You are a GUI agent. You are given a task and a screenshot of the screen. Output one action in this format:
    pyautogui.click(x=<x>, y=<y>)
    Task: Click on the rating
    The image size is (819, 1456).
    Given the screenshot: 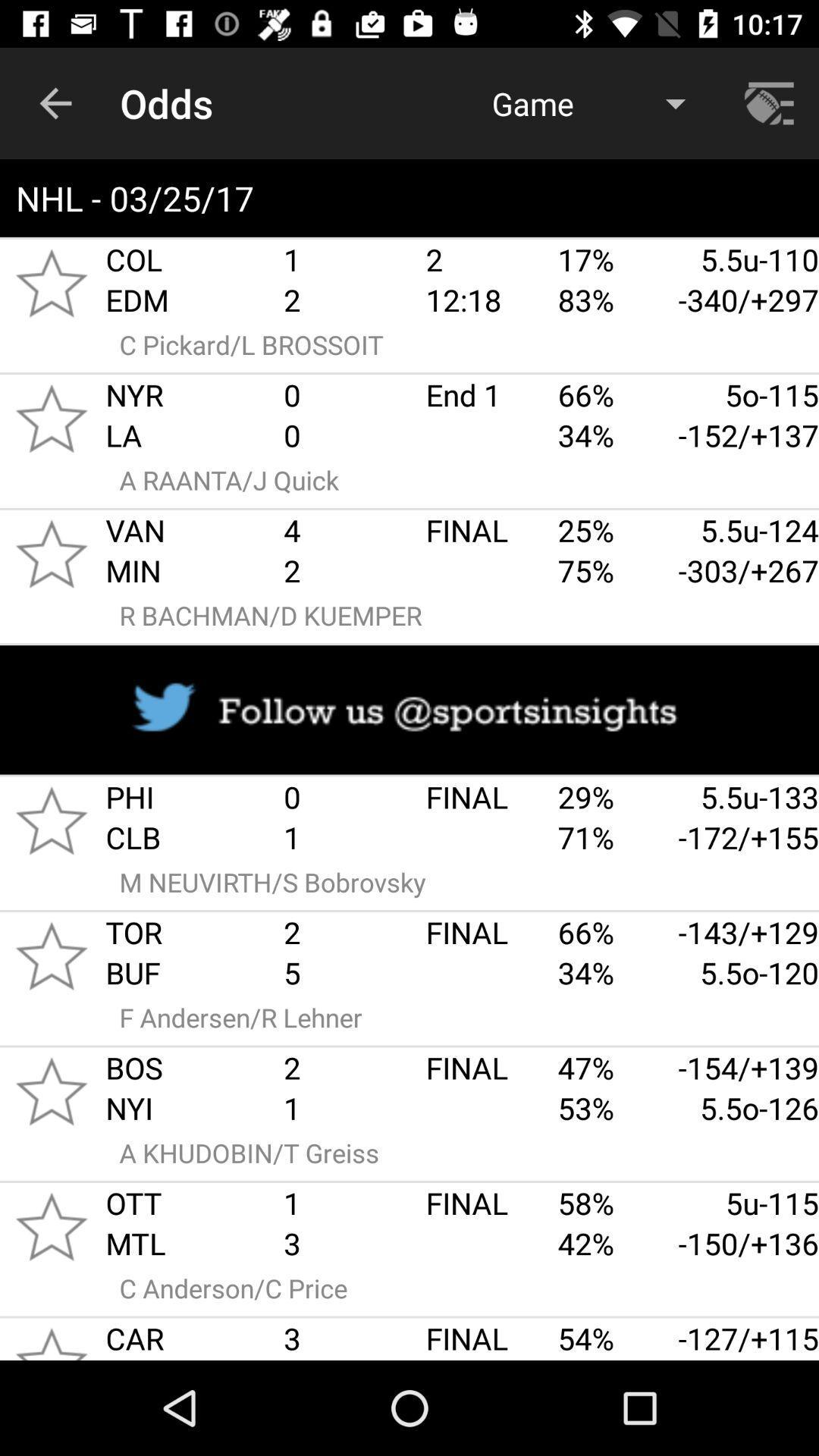 What is the action you would take?
    pyautogui.click(x=51, y=1090)
    